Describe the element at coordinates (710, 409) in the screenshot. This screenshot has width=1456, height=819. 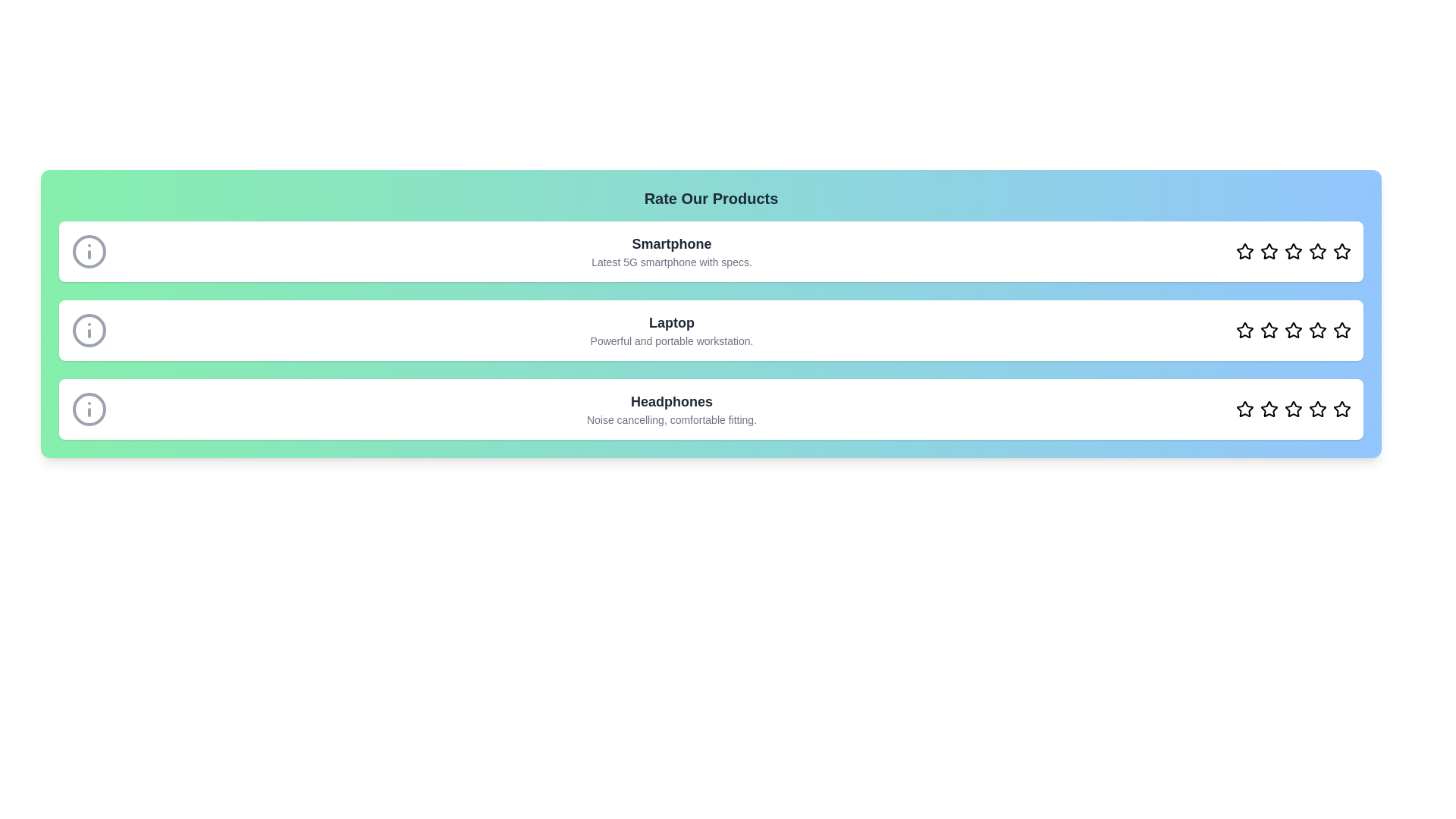
I see `text content of the Product information card for 'Headphones', which is the third item in a vertical list of product descriptions` at that location.